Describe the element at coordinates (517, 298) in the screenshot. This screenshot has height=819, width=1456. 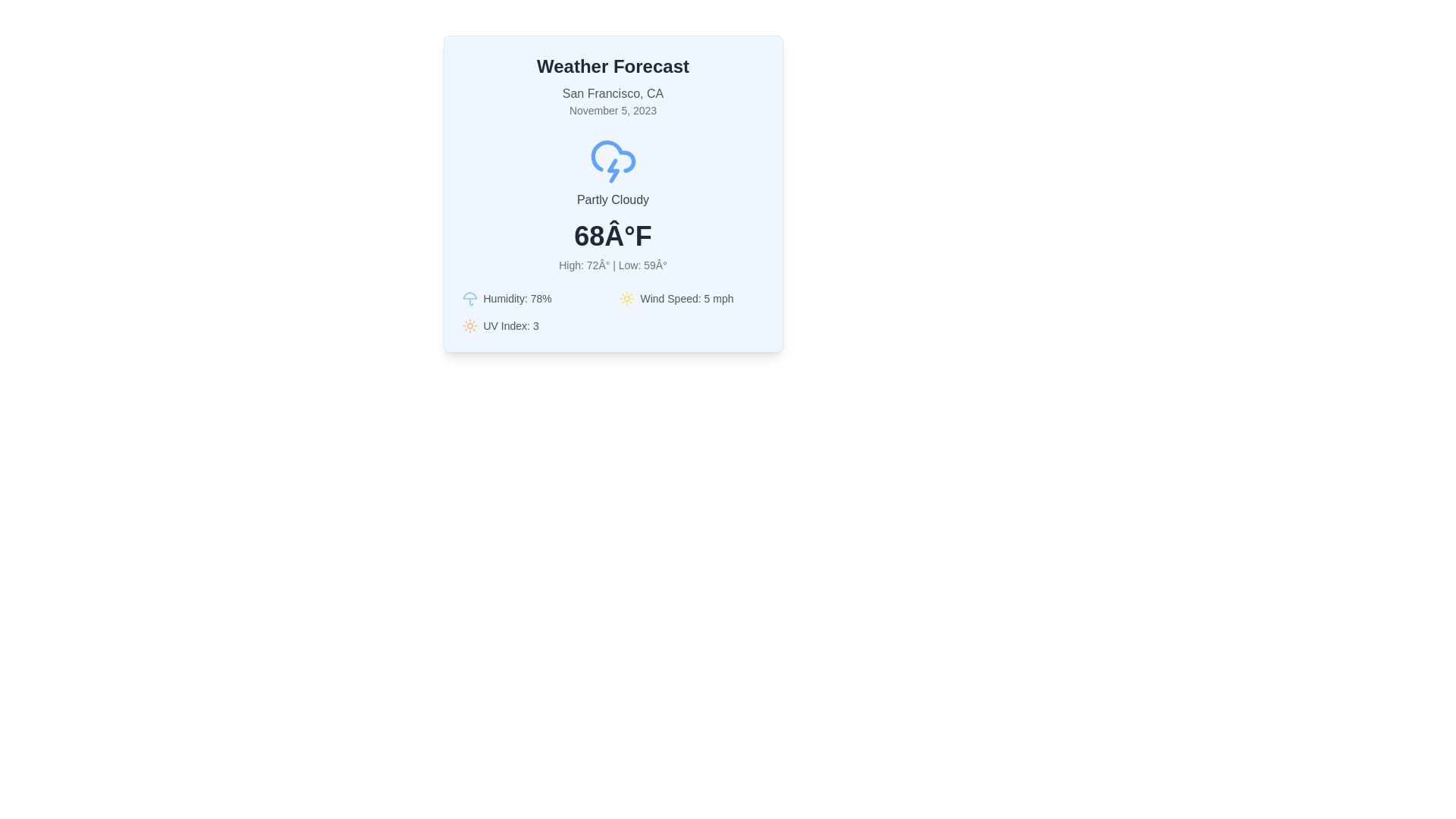
I see `the humidity information text label, which is situated between a blue umbrella icon on the left and a UV index details group on the right` at that location.